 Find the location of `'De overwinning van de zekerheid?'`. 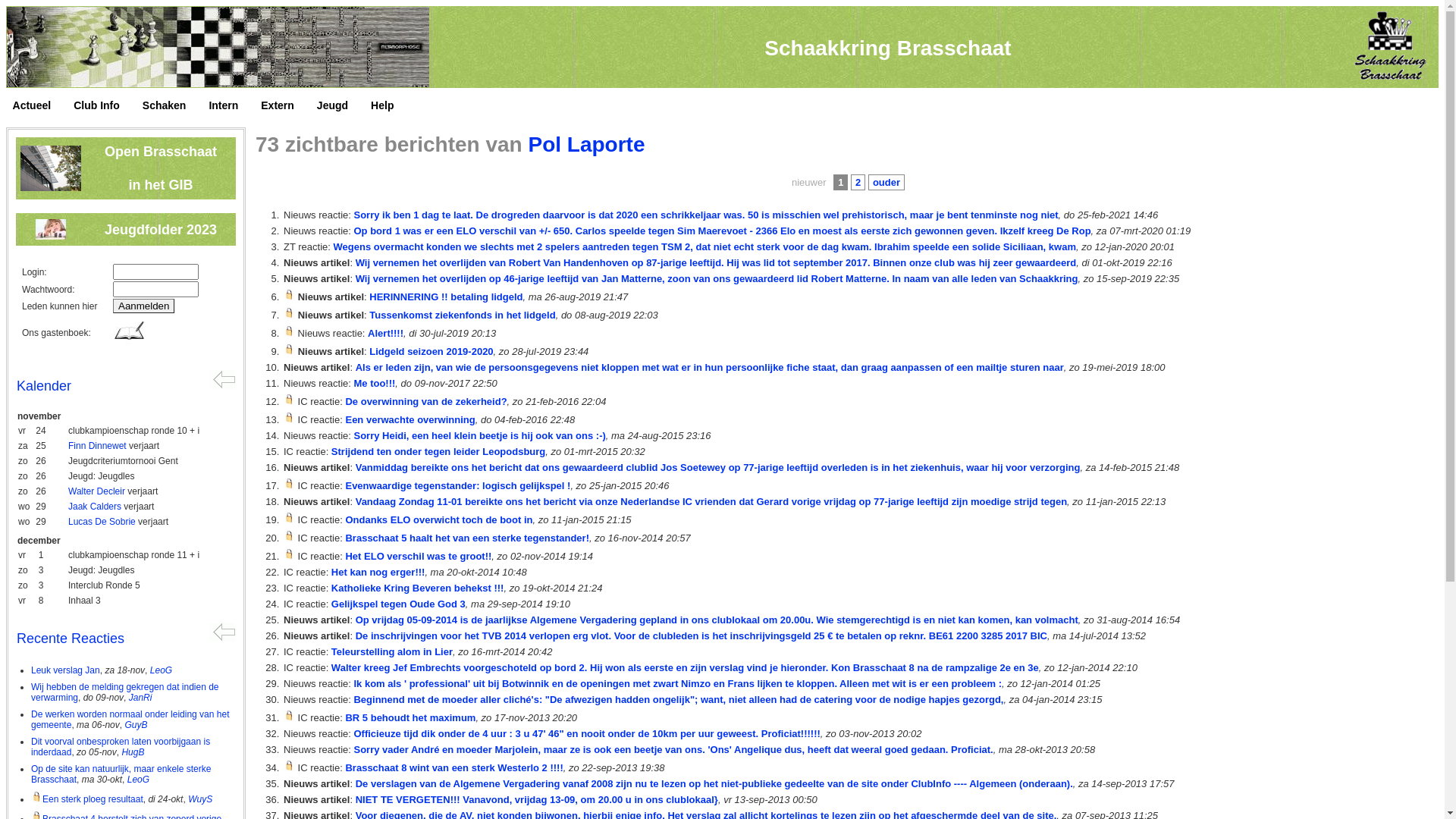

'De overwinning van de zekerheid?' is located at coordinates (425, 400).